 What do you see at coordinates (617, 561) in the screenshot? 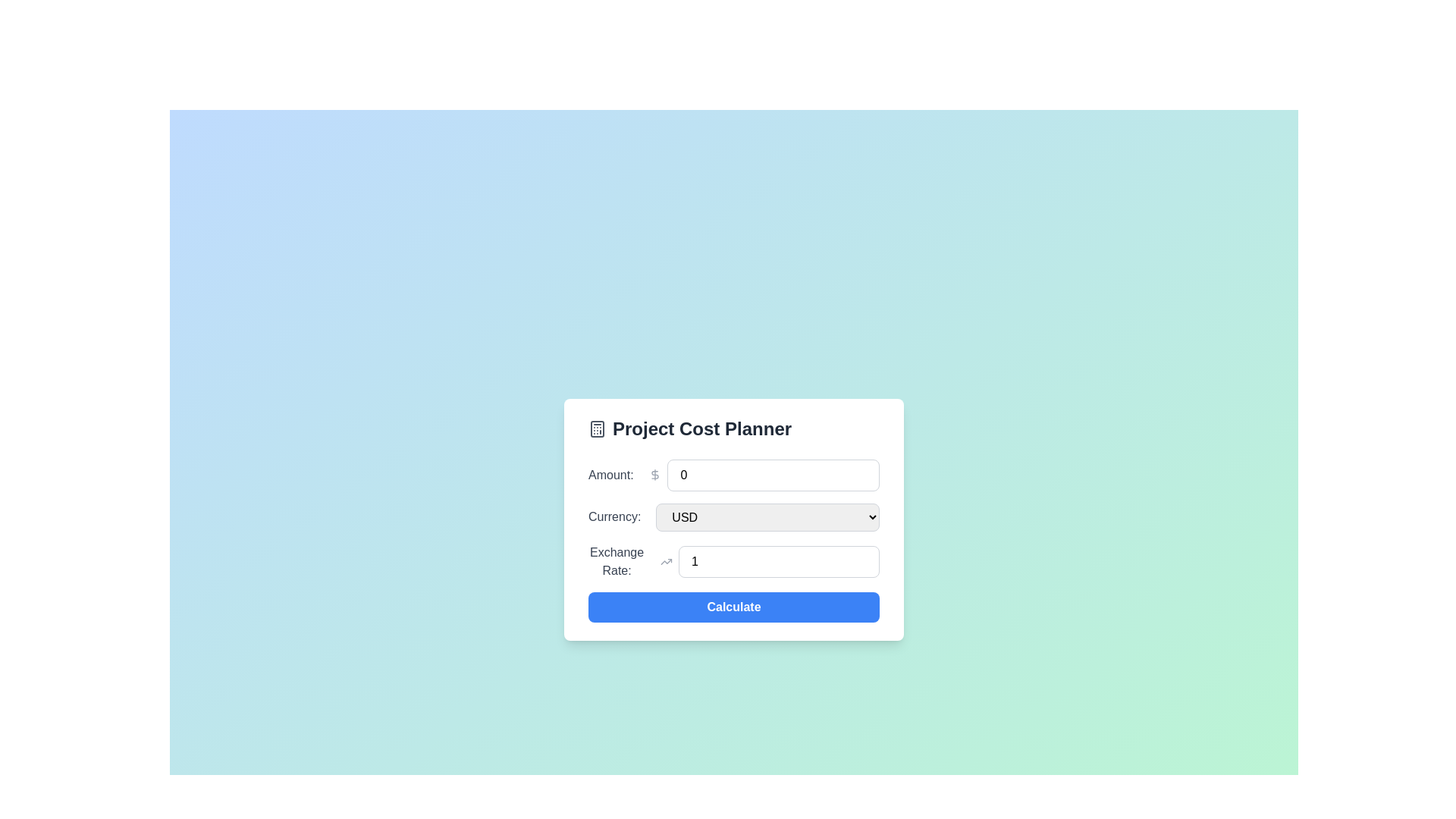
I see `the static text label that provides context for the adjacent exchange rate input field` at bounding box center [617, 561].